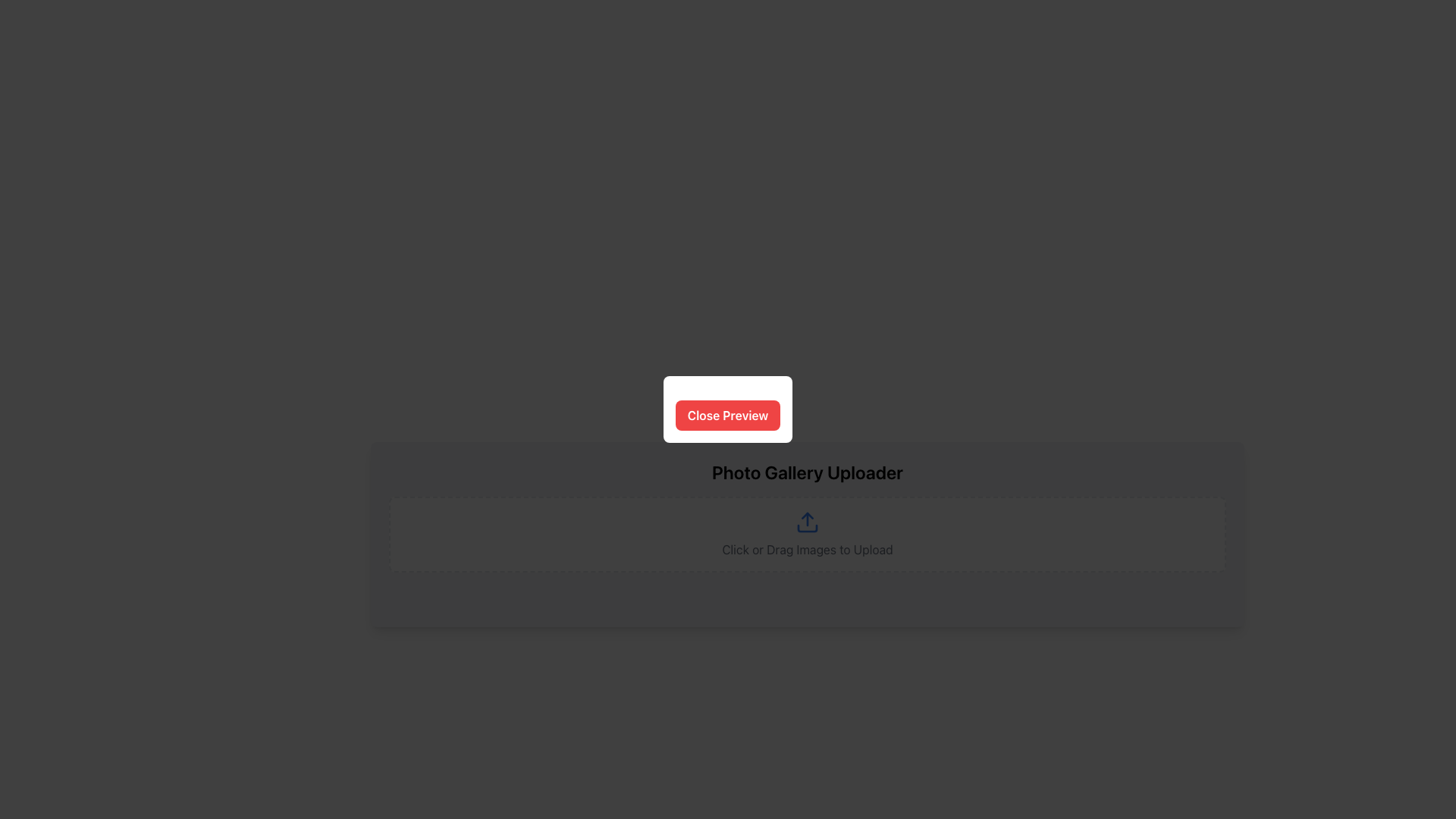 The image size is (1456, 819). I want to click on the 'Close Preview' button with a red background and bold white text, so click(728, 409).